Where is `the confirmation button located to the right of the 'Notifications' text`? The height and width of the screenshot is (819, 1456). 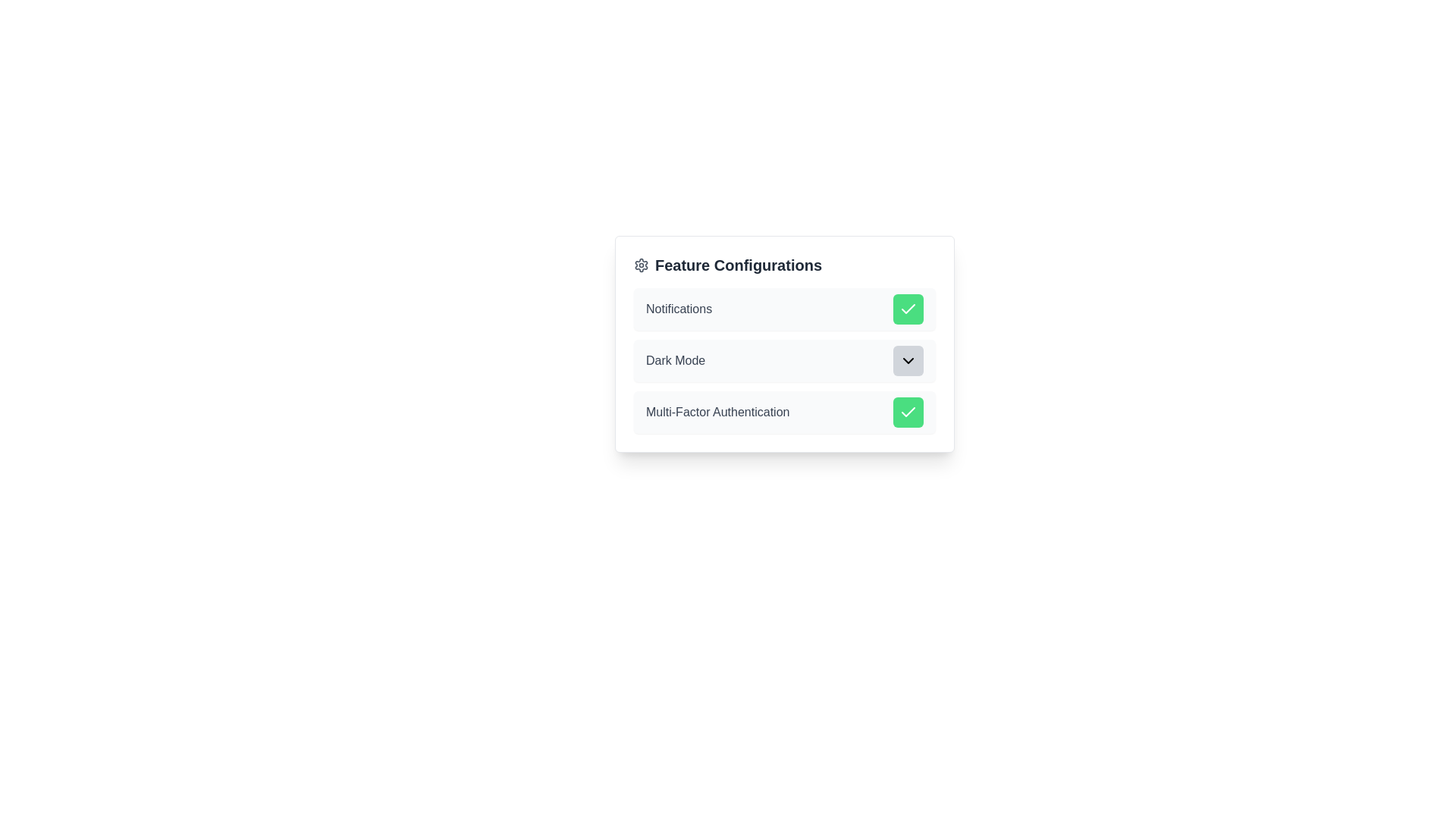 the confirmation button located to the right of the 'Notifications' text is located at coordinates (908, 309).